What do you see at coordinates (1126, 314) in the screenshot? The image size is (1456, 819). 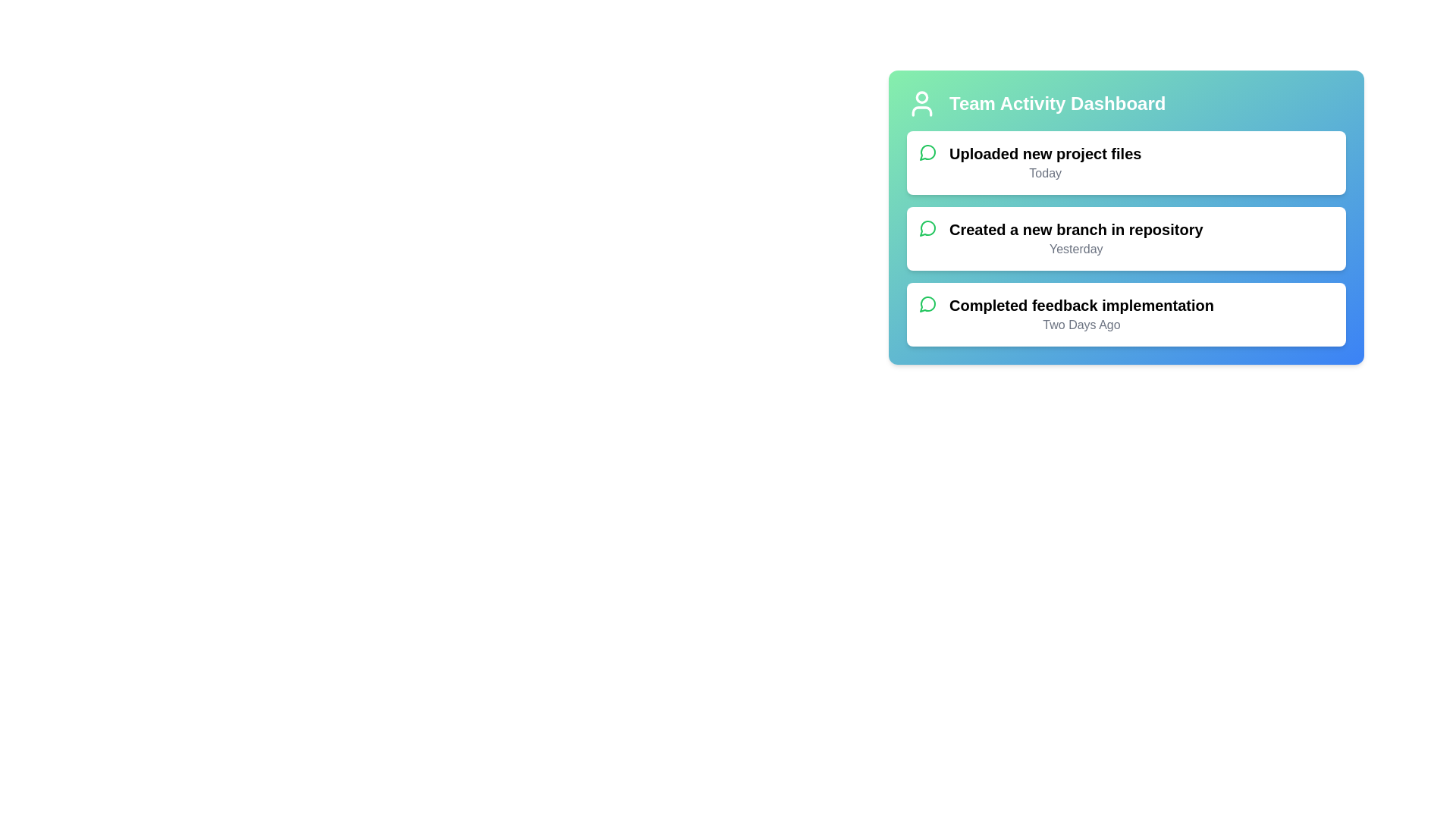 I see `the activity card labeled 'Completed feedback implementation' to observe hover effects` at bounding box center [1126, 314].